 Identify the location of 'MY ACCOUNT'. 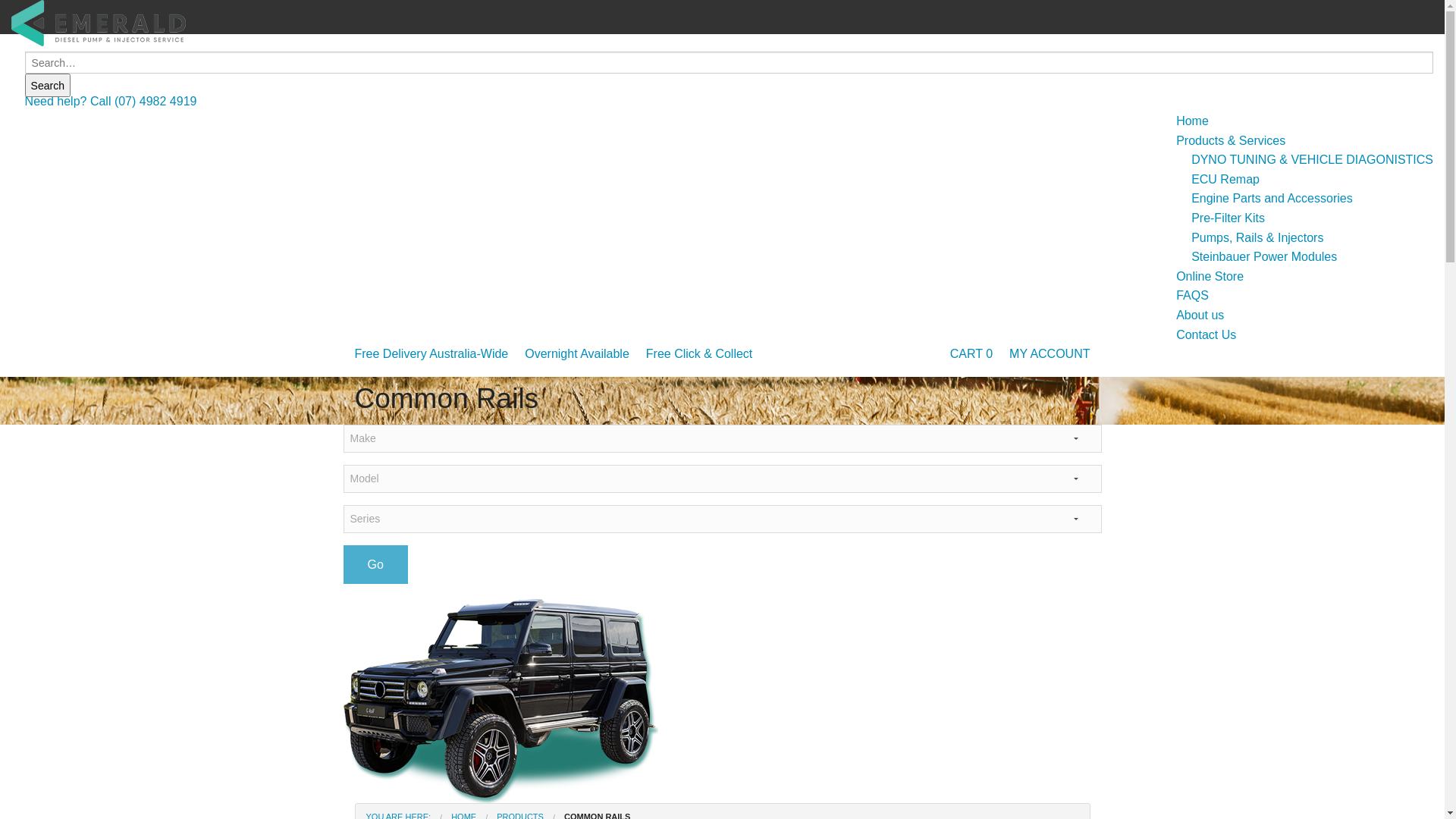
(1048, 353).